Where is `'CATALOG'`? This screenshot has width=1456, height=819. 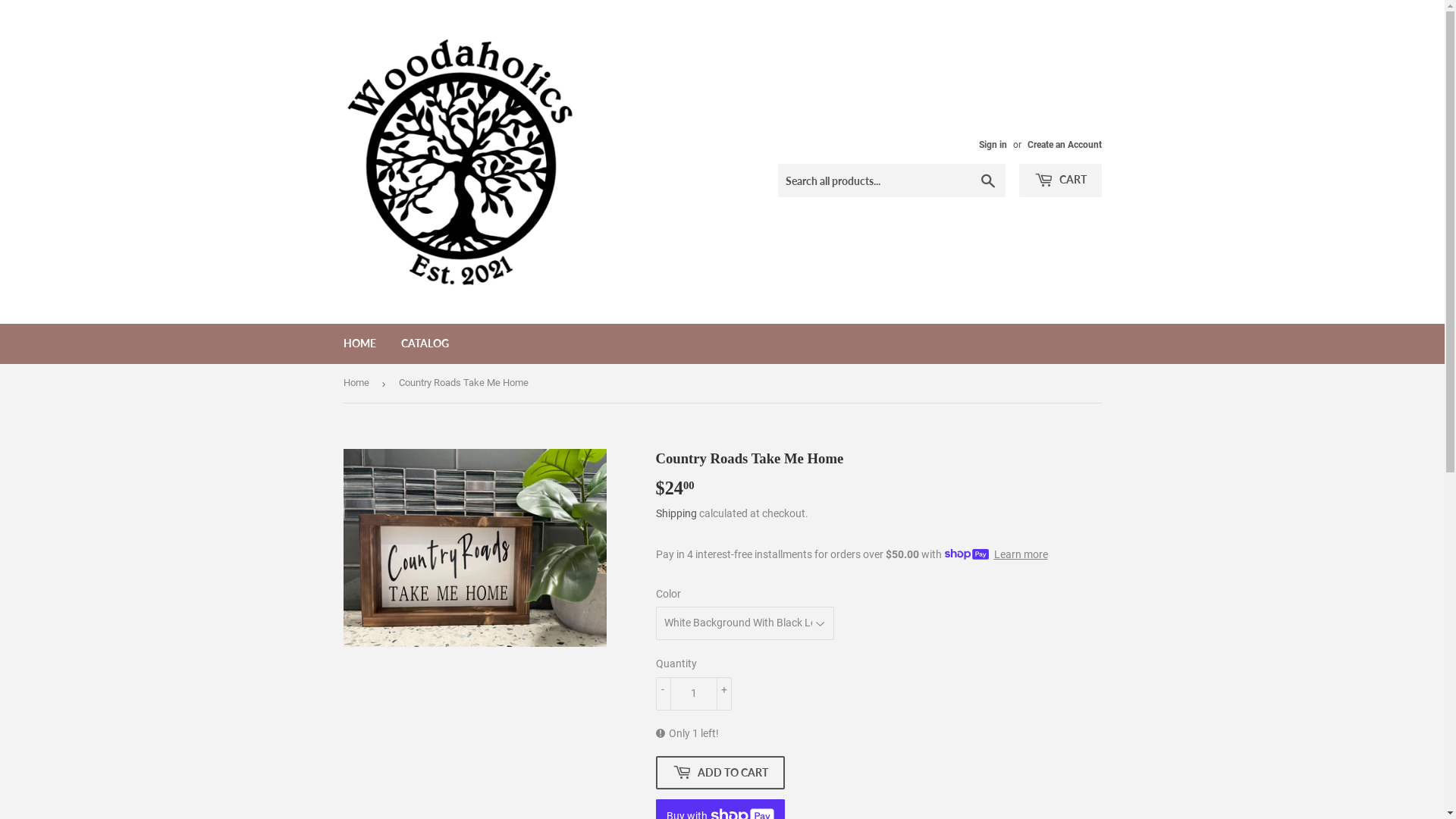
'CATALOG' is located at coordinates (425, 343).